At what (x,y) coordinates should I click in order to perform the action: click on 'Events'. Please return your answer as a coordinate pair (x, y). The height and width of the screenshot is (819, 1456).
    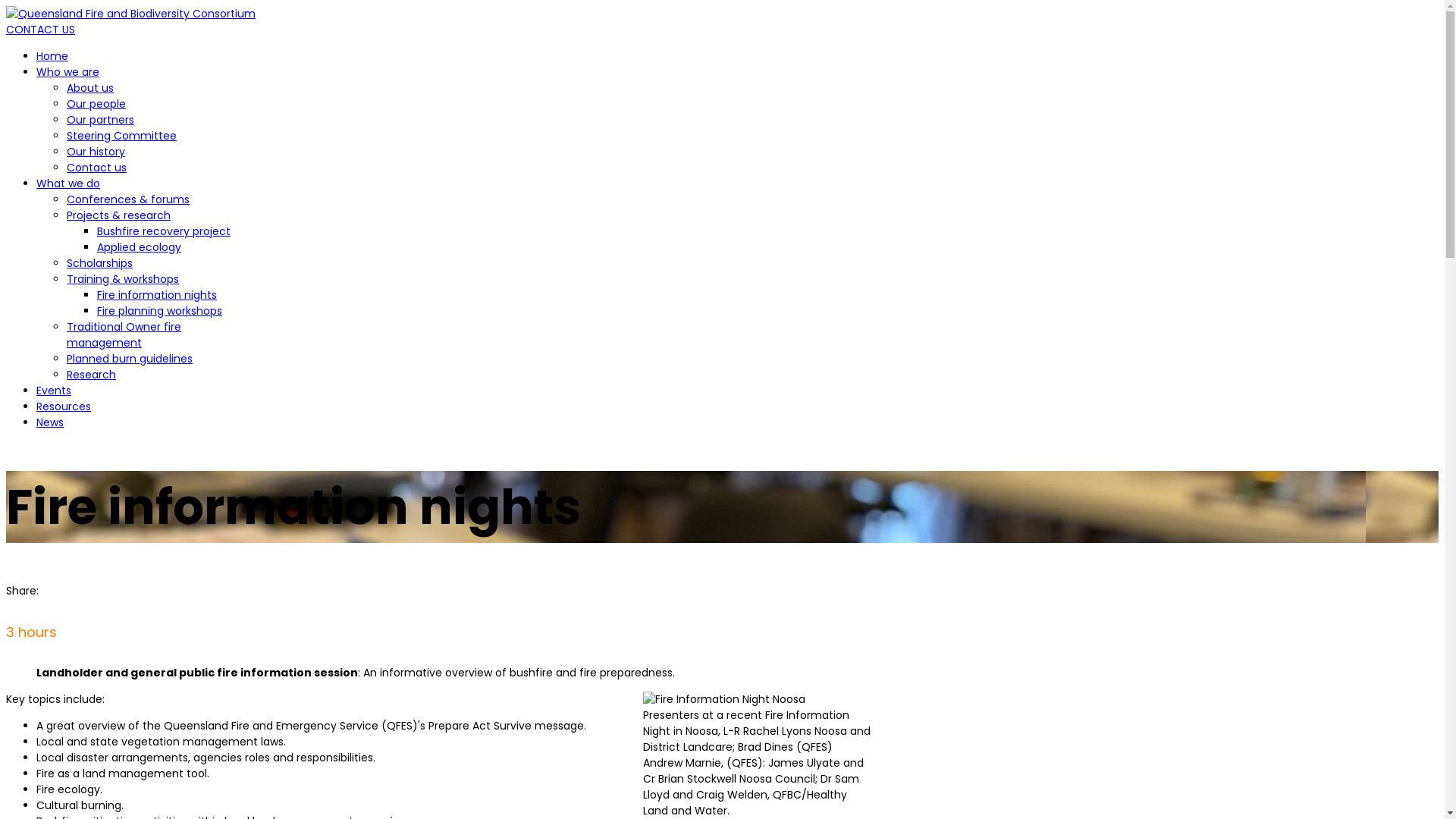
    Looking at the image, I should click on (36, 390).